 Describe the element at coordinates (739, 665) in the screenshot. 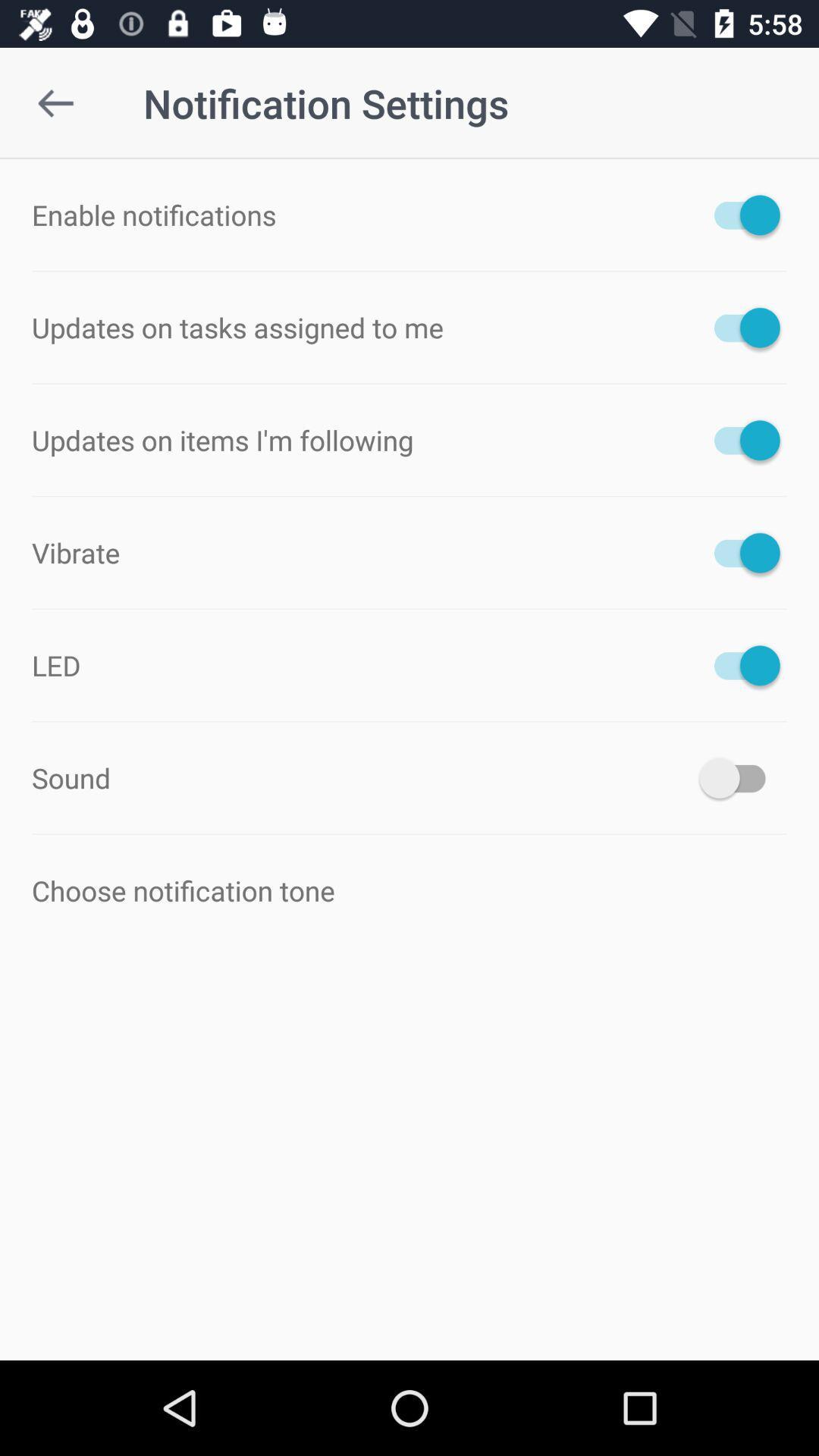

I see `button to turn led light on` at that location.